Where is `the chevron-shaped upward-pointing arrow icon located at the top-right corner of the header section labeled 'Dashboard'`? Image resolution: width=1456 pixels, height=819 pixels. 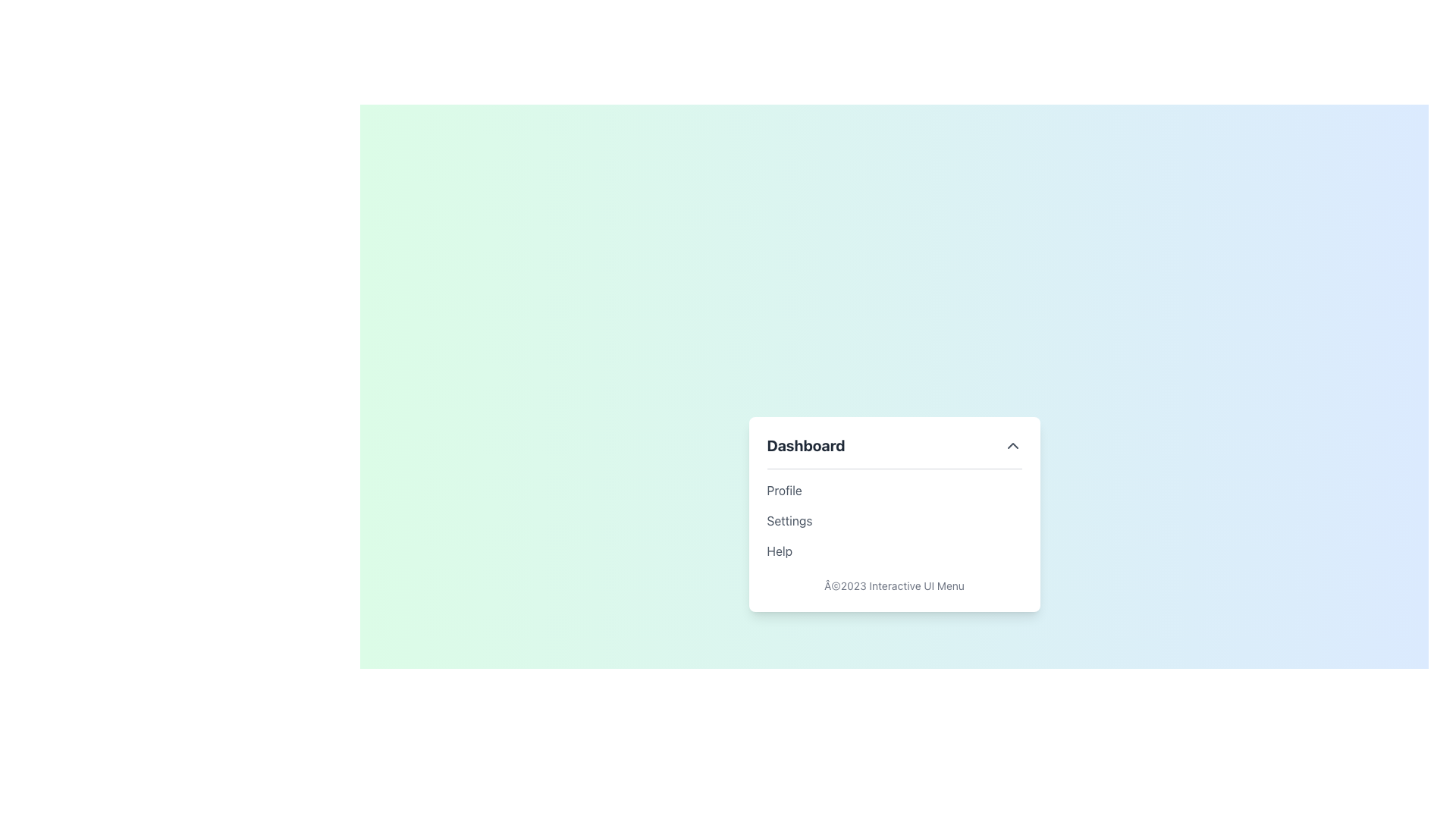
the chevron-shaped upward-pointing arrow icon located at the top-right corner of the header section labeled 'Dashboard' is located at coordinates (1012, 444).